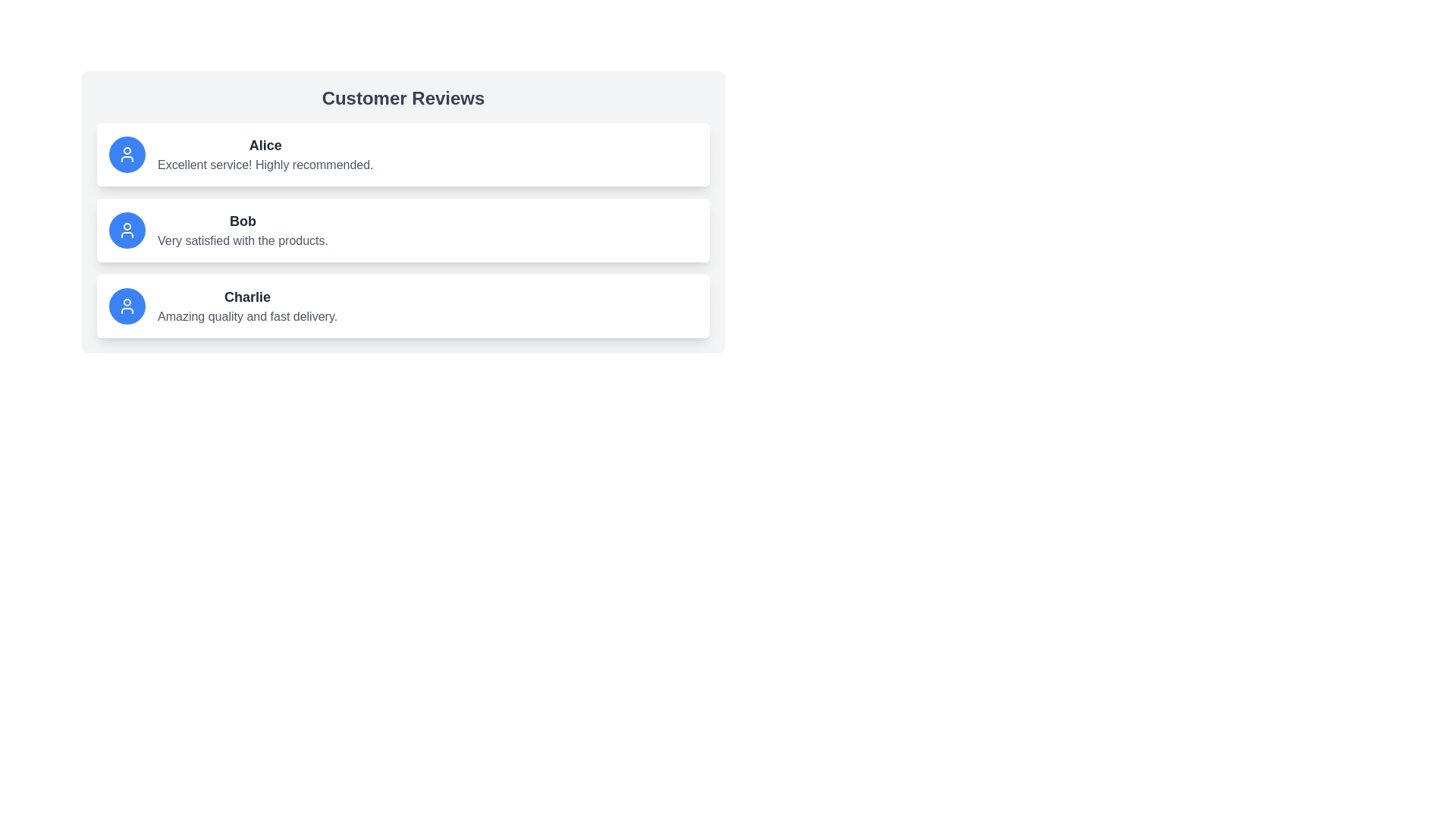 The height and width of the screenshot is (819, 1456). Describe the element at coordinates (247, 297) in the screenshot. I see `the text label representing the name of the person who provided the review, located above the testimonial text 'Amazing quality and fast delivery.'` at that location.